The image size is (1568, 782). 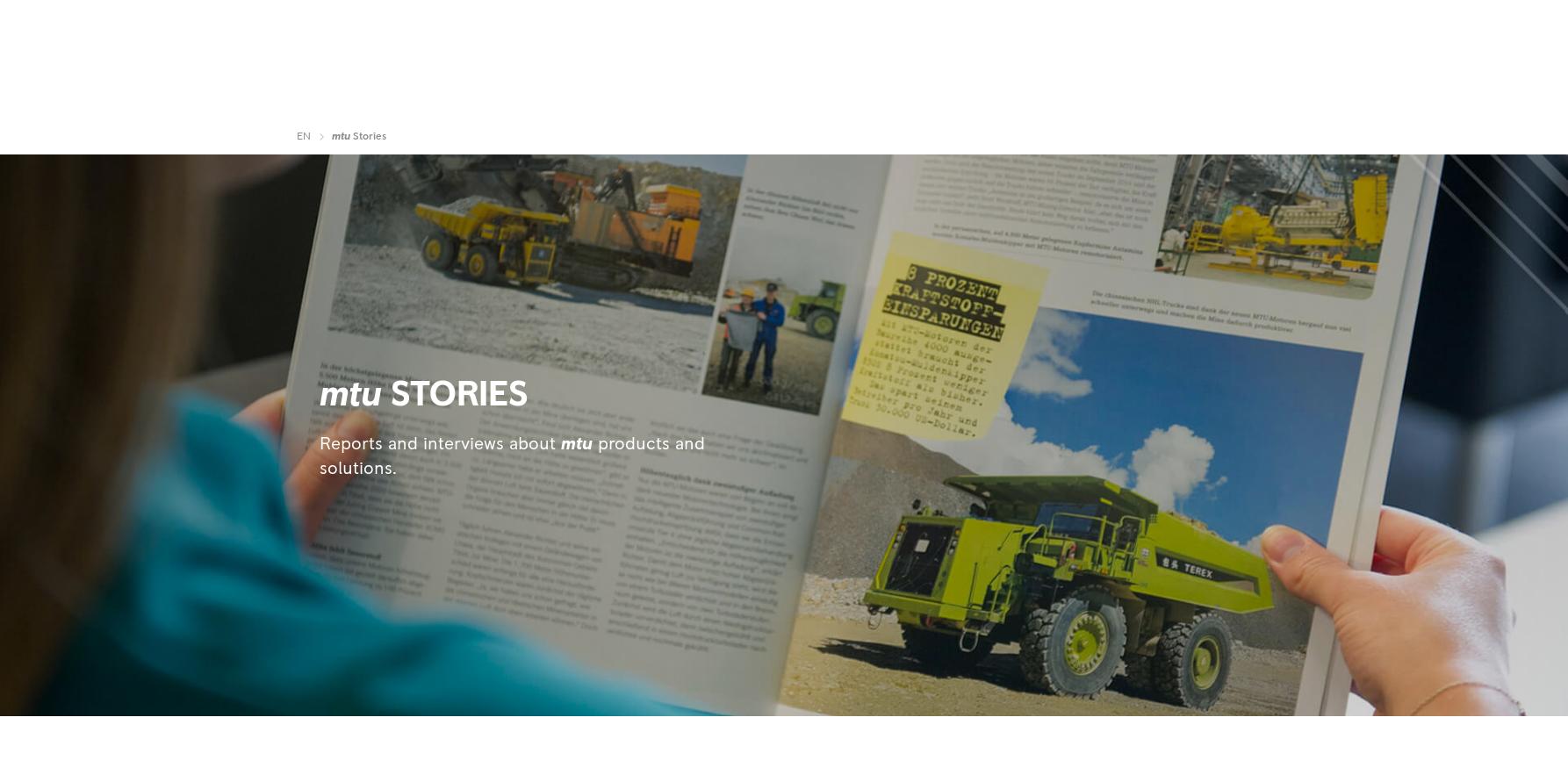 I want to click on 'Governmental', so click(x=1025, y=96).